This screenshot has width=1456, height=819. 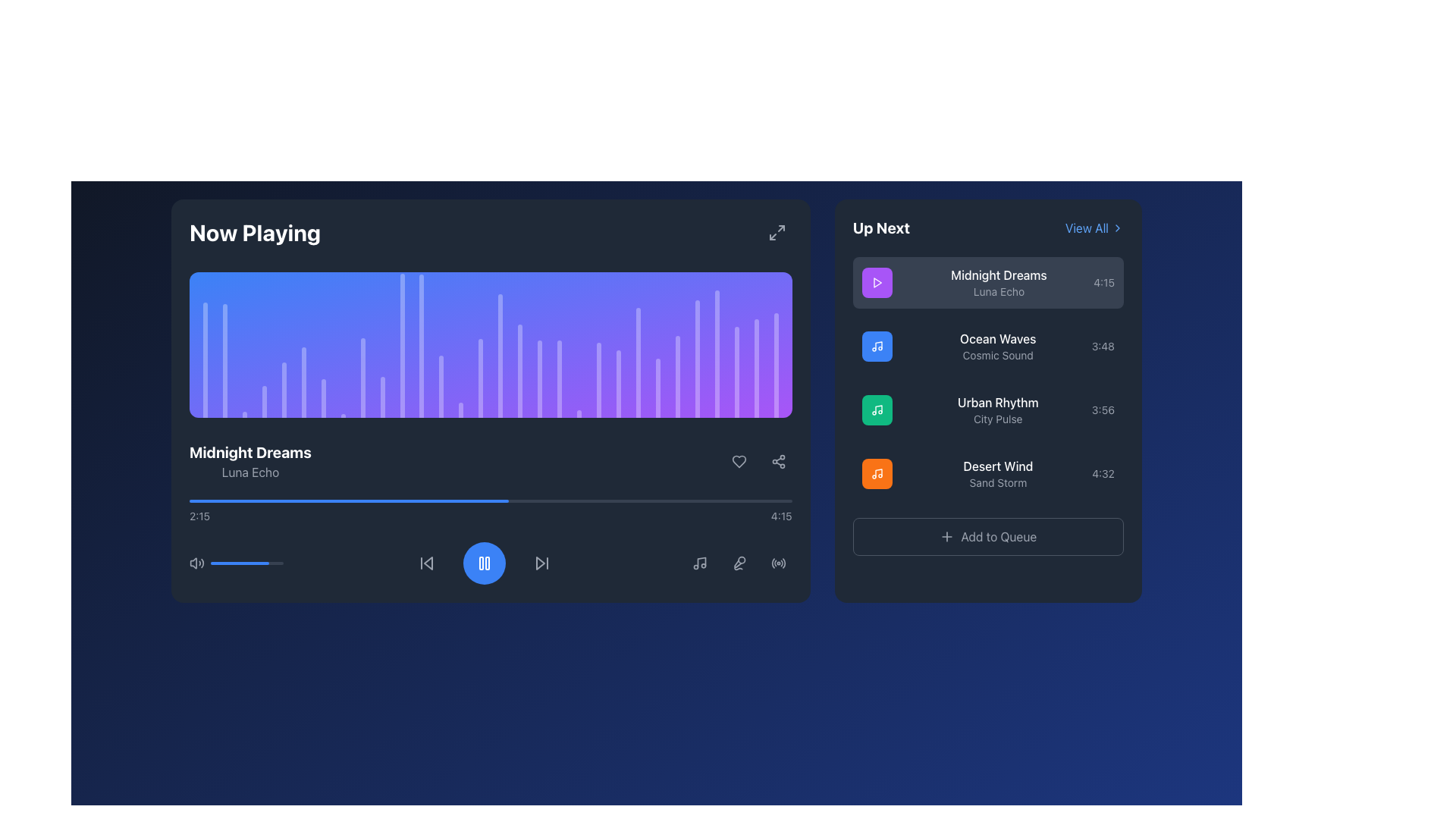 What do you see at coordinates (777, 233) in the screenshot?
I see `the interactive icon button located at the upper-right corner of the 'Now Playing' section to change its color` at bounding box center [777, 233].